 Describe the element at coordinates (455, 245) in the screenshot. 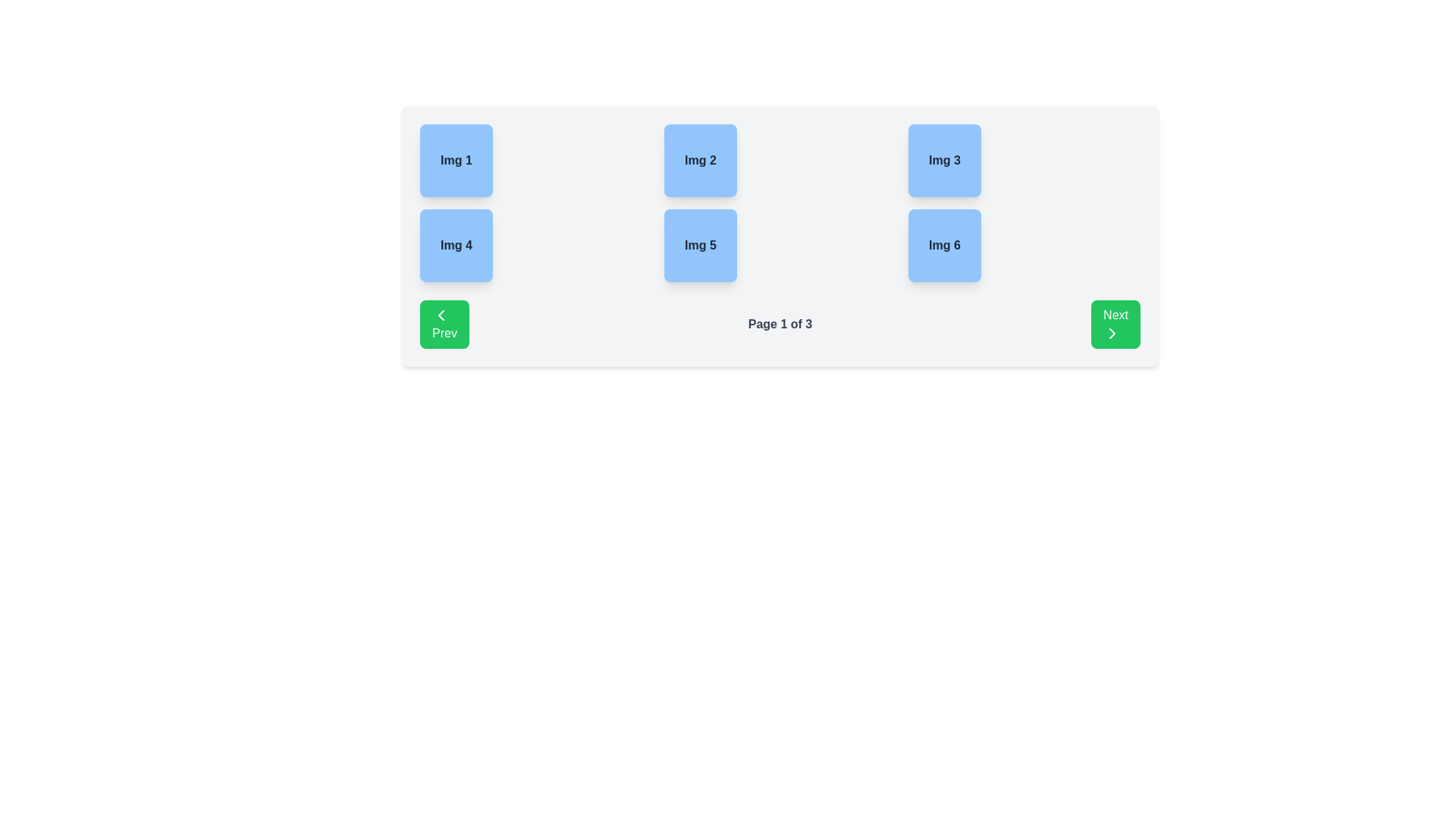

I see `the square-shaped button with a light blue background and dark gray text reading 'Img 4'` at that location.